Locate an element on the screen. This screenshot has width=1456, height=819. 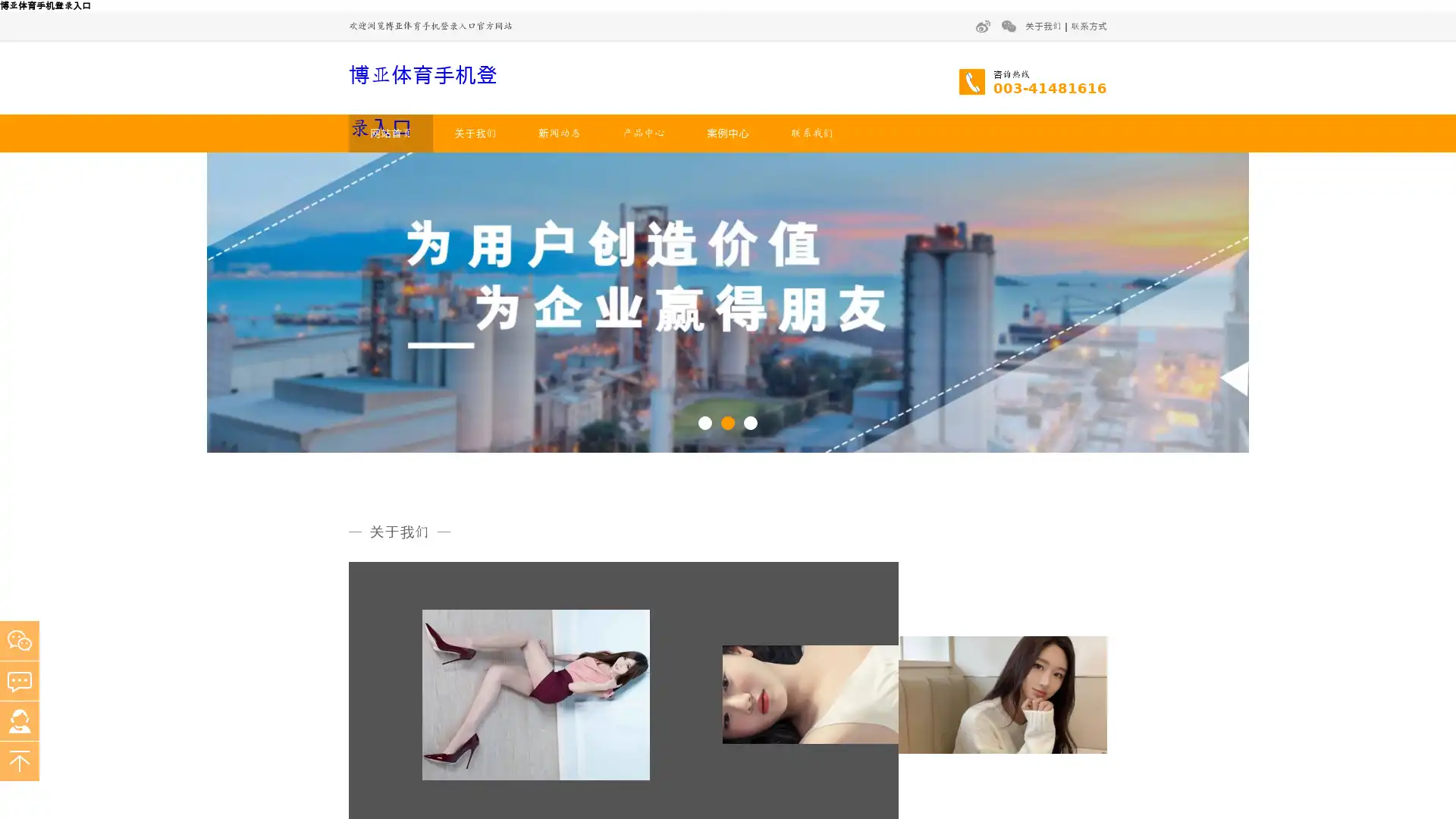
3 is located at coordinates (750, 422).